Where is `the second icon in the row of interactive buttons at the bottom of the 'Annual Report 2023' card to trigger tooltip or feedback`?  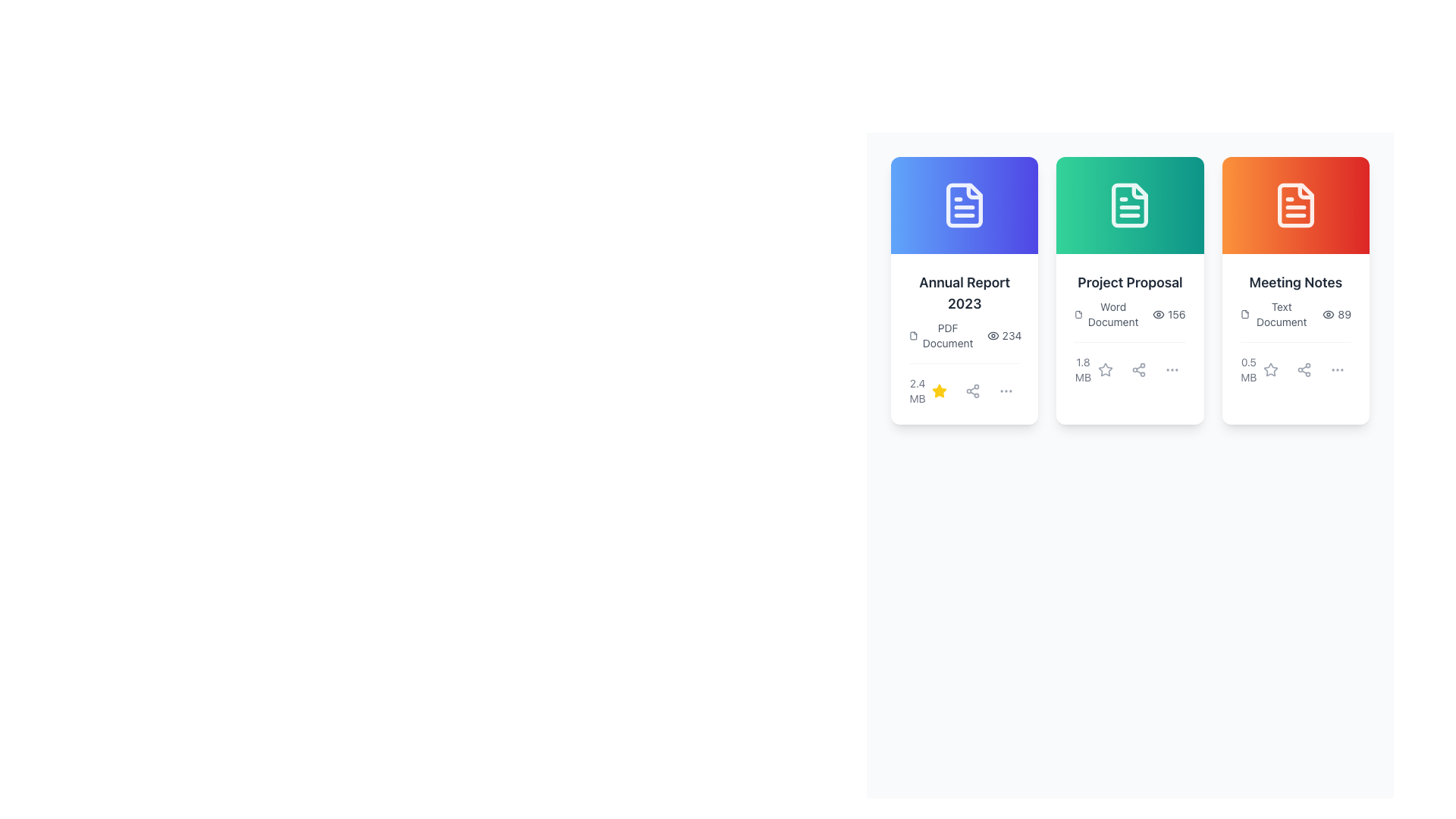 the second icon in the row of interactive buttons at the bottom of the 'Annual Report 2023' card to trigger tooltip or feedback is located at coordinates (973, 391).